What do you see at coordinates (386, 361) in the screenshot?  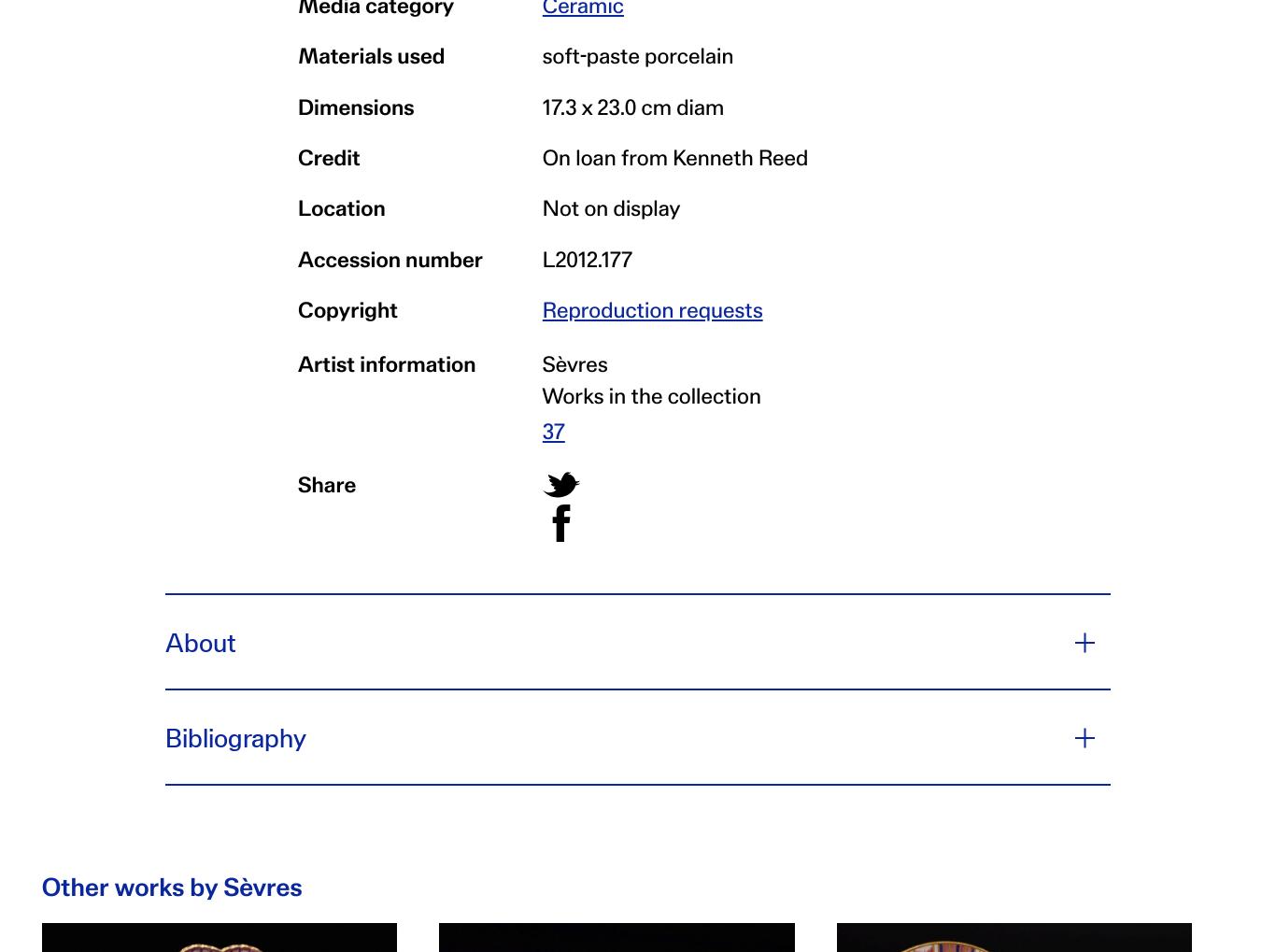 I see `'Artist information'` at bounding box center [386, 361].